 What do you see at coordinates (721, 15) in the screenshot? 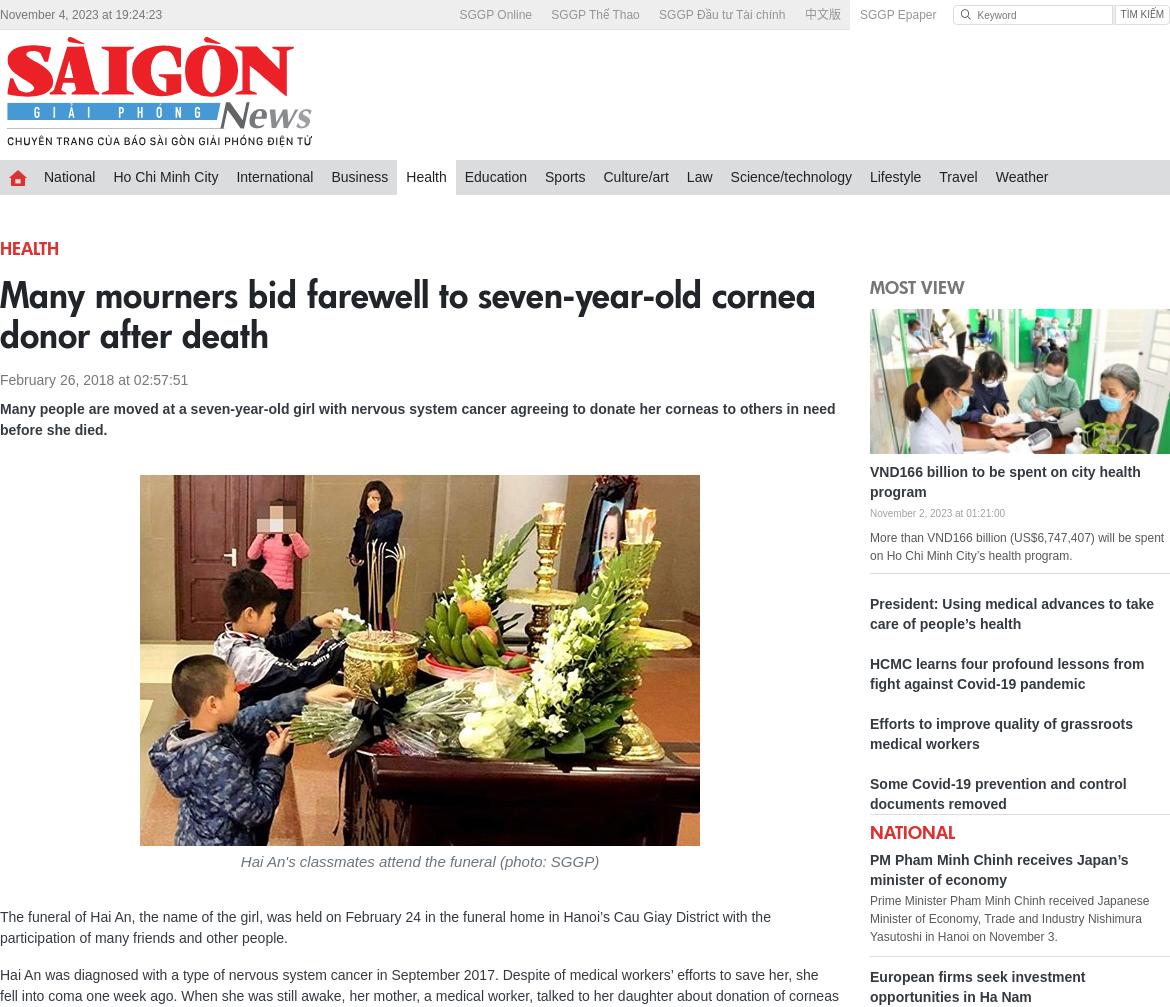
I see `'SGGP Đầu tư Tài chính'` at bounding box center [721, 15].